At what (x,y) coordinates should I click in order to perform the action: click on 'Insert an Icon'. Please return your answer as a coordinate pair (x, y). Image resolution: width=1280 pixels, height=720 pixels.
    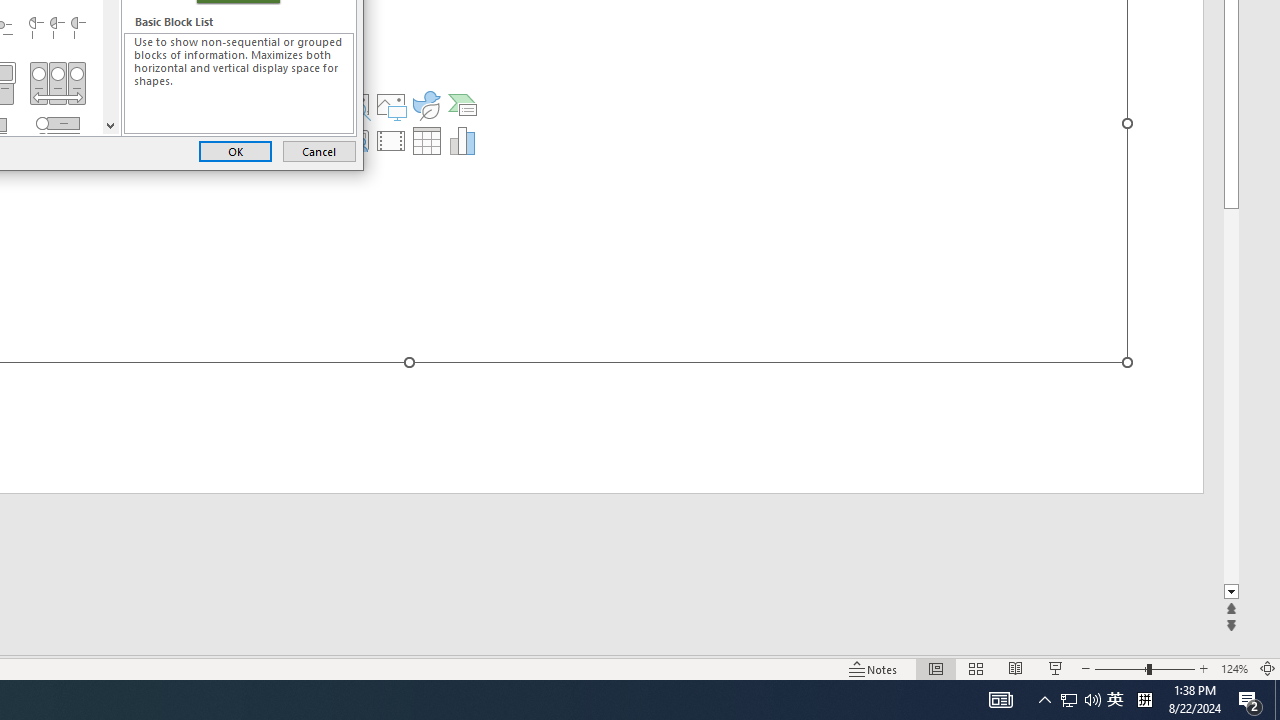
    Looking at the image, I should click on (425, 105).